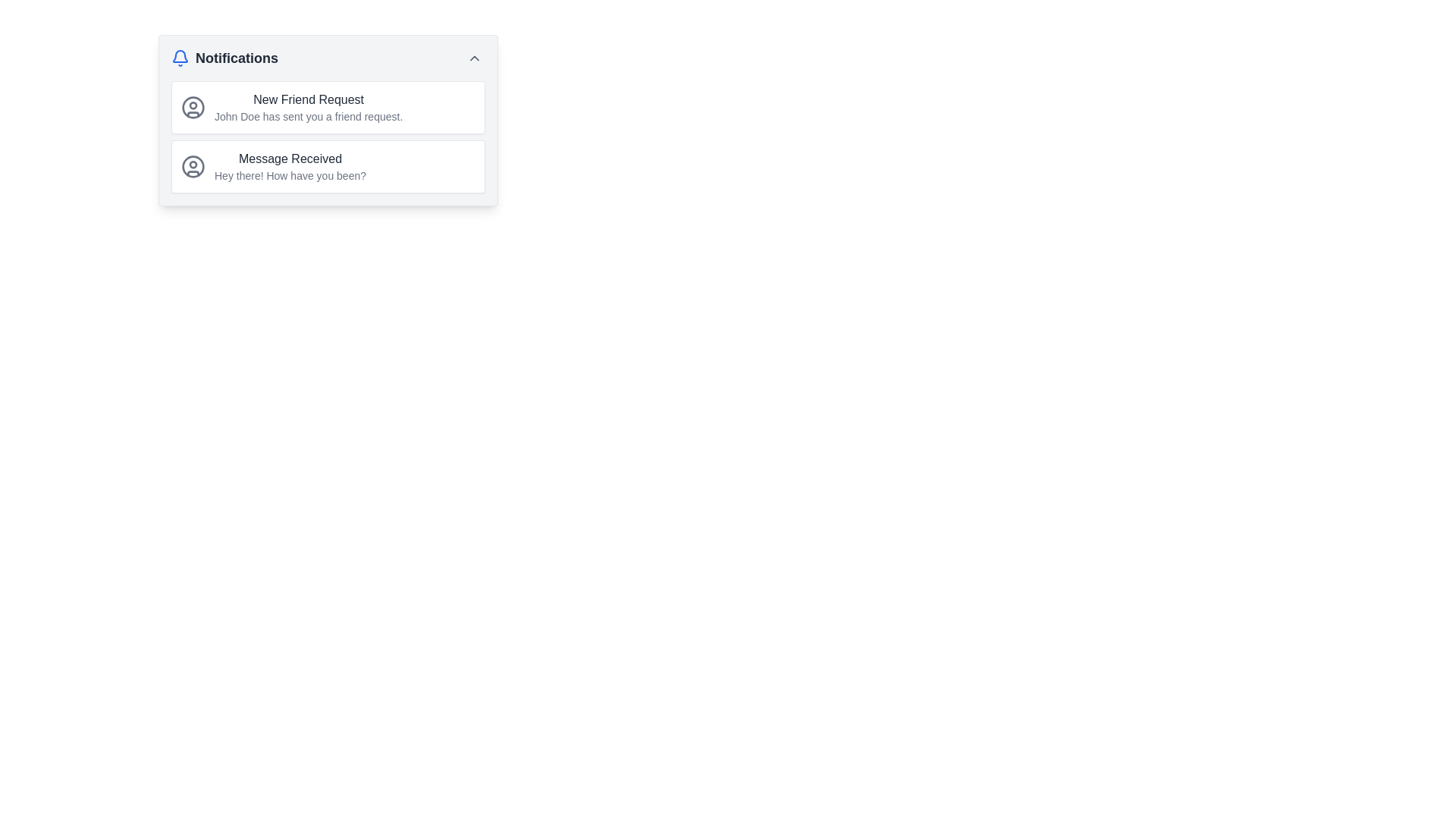  What do you see at coordinates (180, 58) in the screenshot?
I see `the blue bell icon located to the left of the 'Notifications' text in the header section of the notification panel` at bounding box center [180, 58].